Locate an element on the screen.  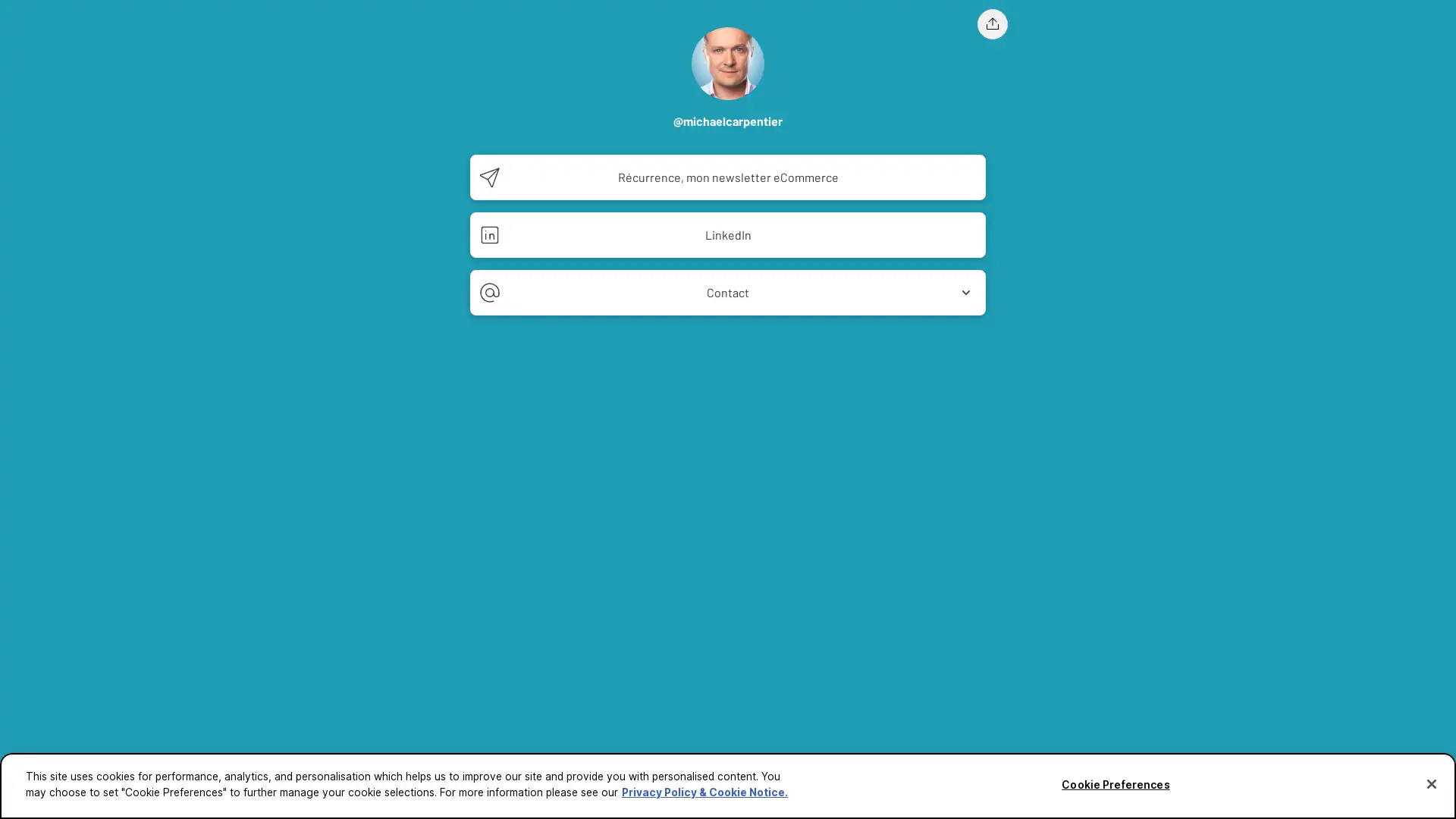
Close is located at coordinates (1430, 783).